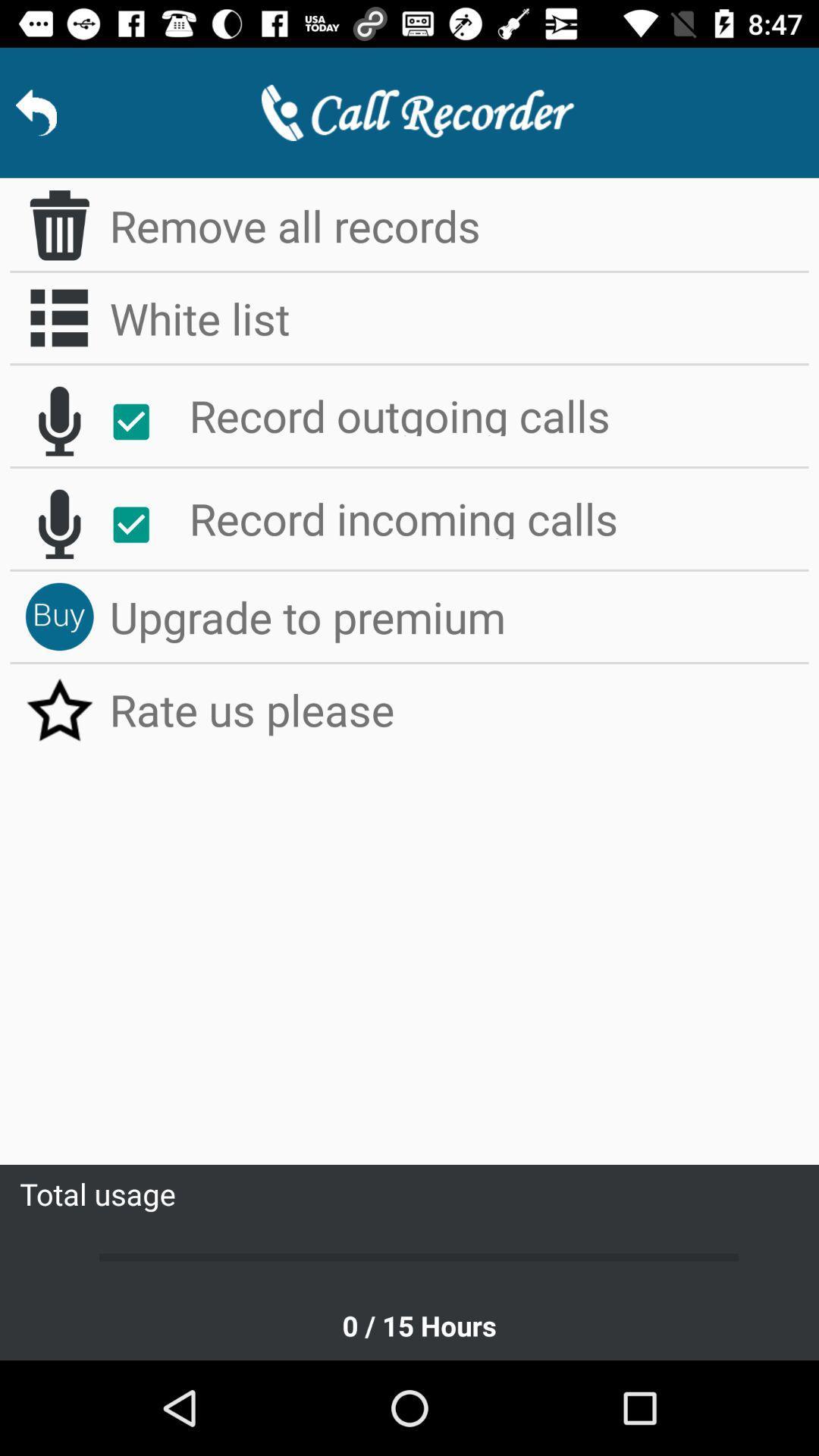 The height and width of the screenshot is (1456, 819). Describe the element at coordinates (58, 317) in the screenshot. I see `app next to the white list item` at that location.